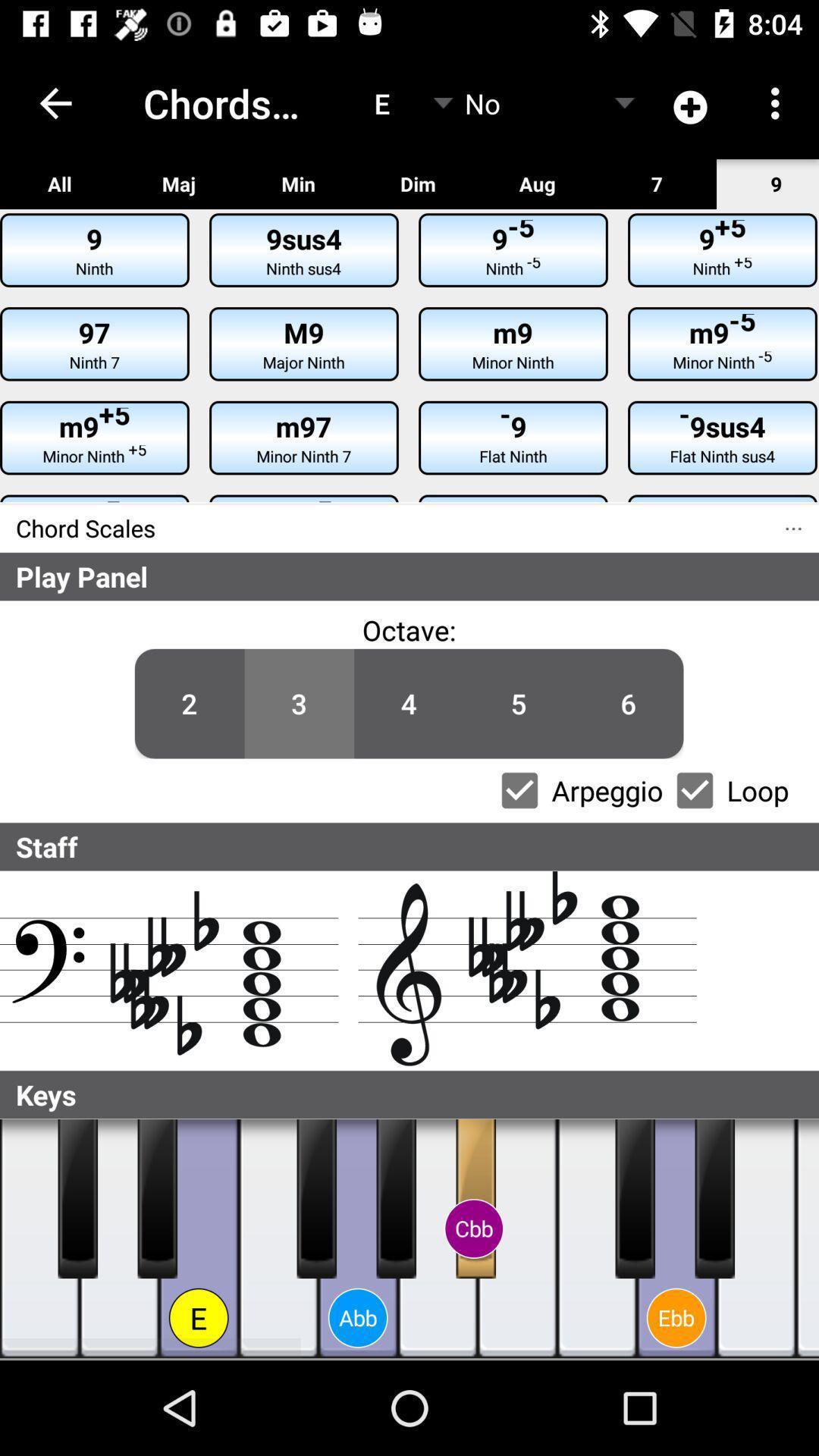 This screenshot has height=1456, width=819. I want to click on note, so click(635, 1197).